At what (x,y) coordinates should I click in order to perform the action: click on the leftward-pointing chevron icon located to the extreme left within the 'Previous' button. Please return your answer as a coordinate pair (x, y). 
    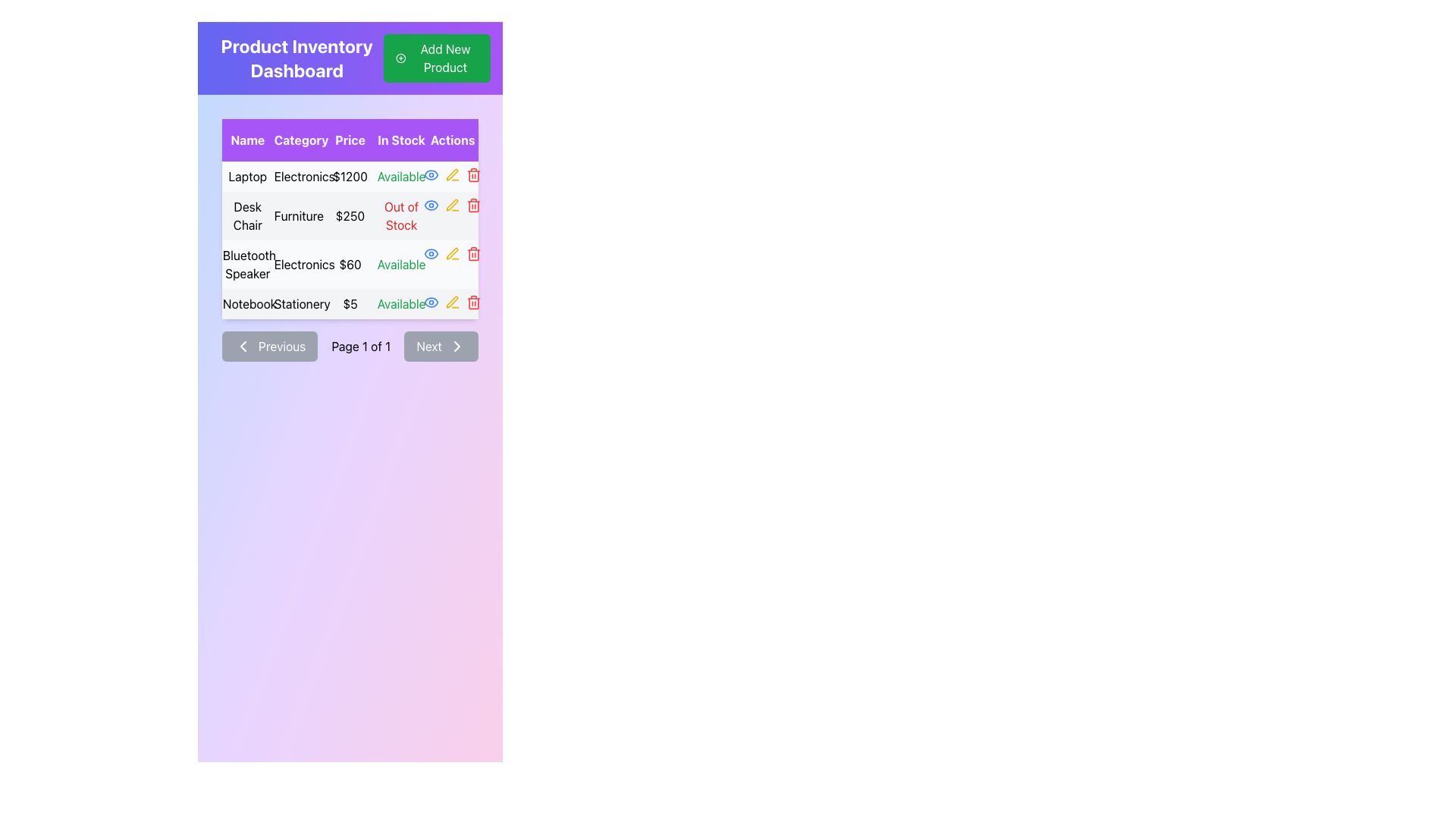
    Looking at the image, I should click on (243, 346).